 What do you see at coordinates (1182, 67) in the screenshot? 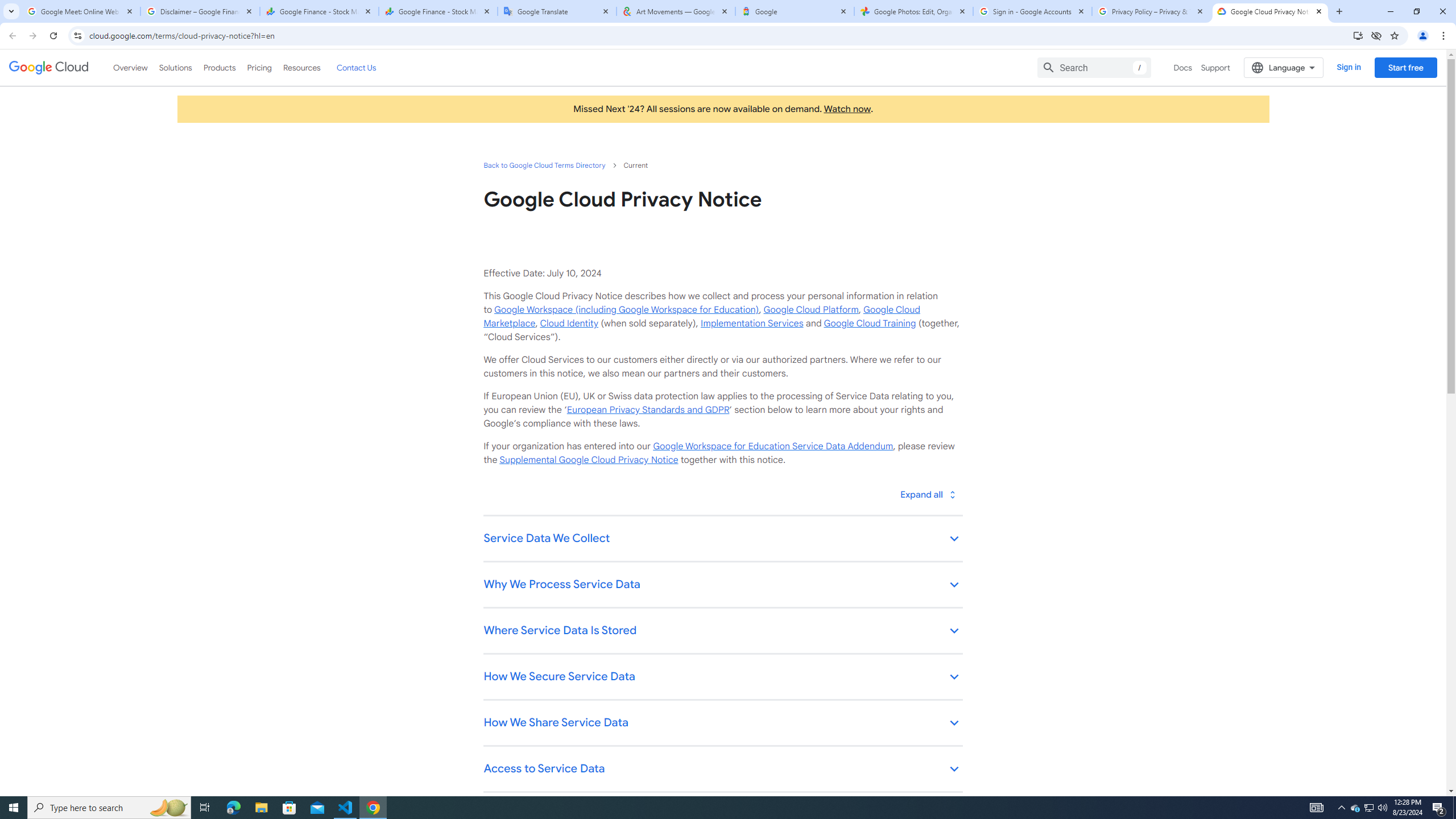
I see `'Docs'` at bounding box center [1182, 67].